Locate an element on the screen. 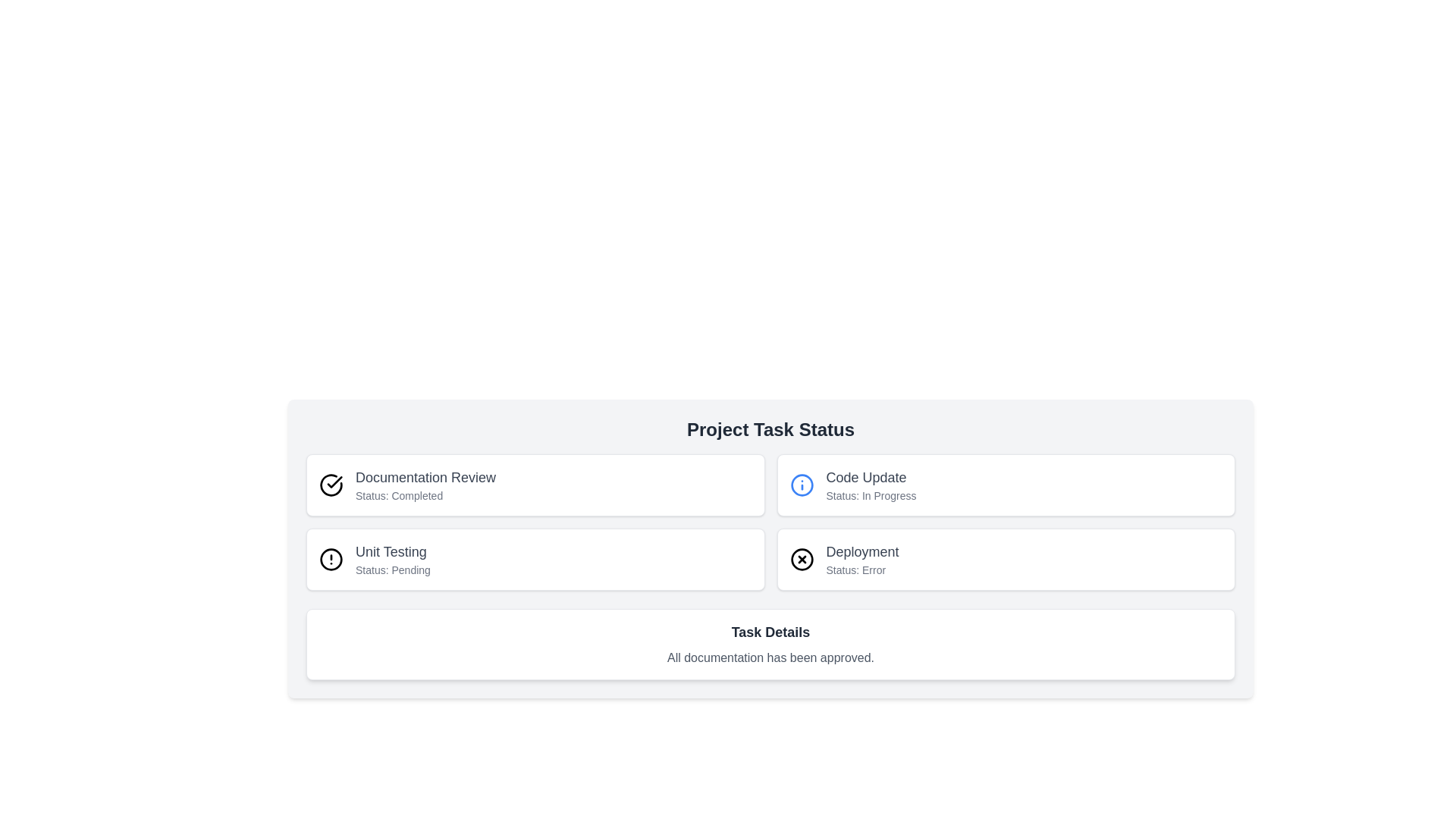  the 'Documentation Review' interactive card in the 'Project Task Status' section to interact with it is located at coordinates (535, 485).